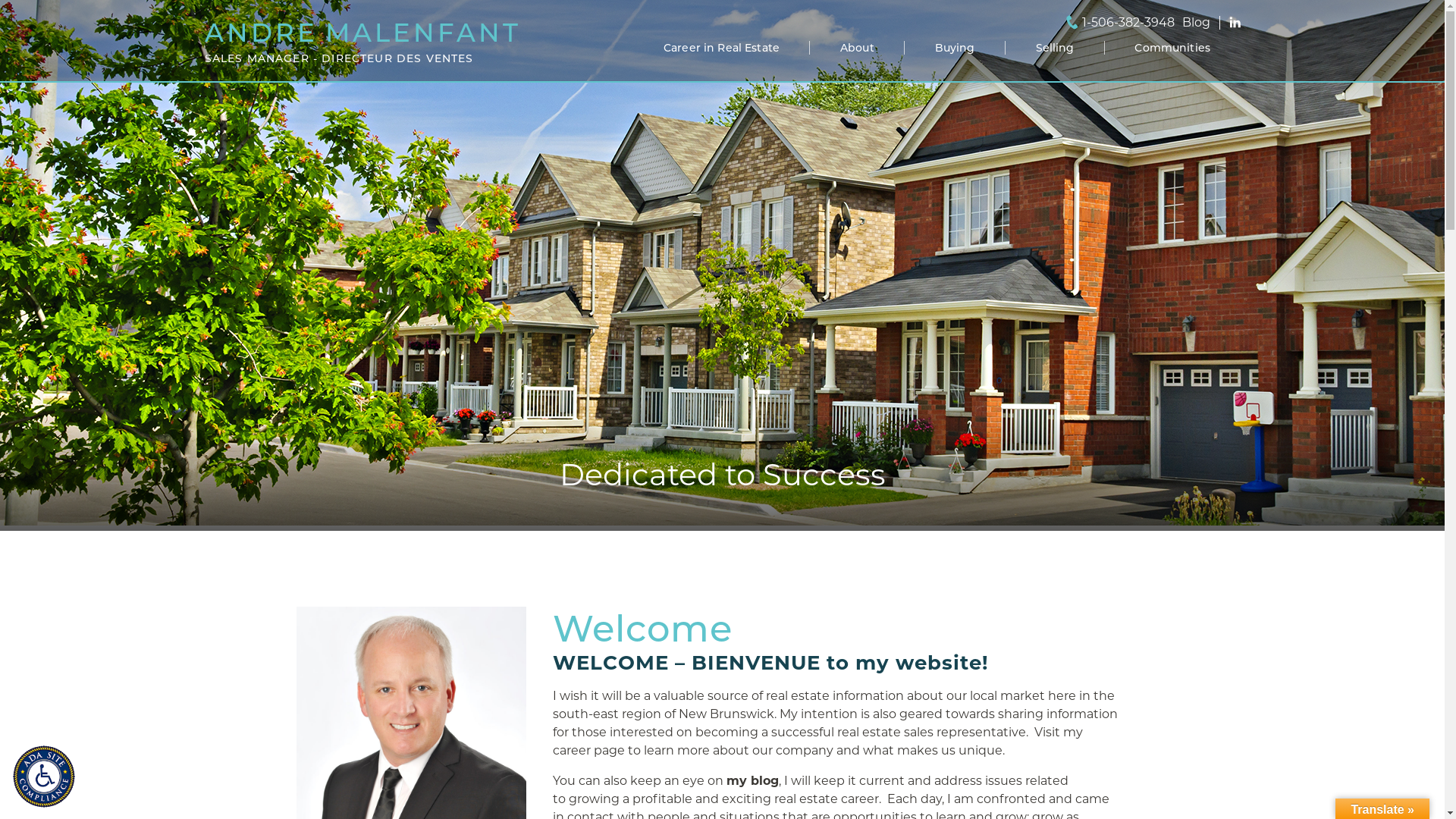 The width and height of the screenshot is (1456, 819). I want to click on '1-506-382-3948', so click(1128, 23).